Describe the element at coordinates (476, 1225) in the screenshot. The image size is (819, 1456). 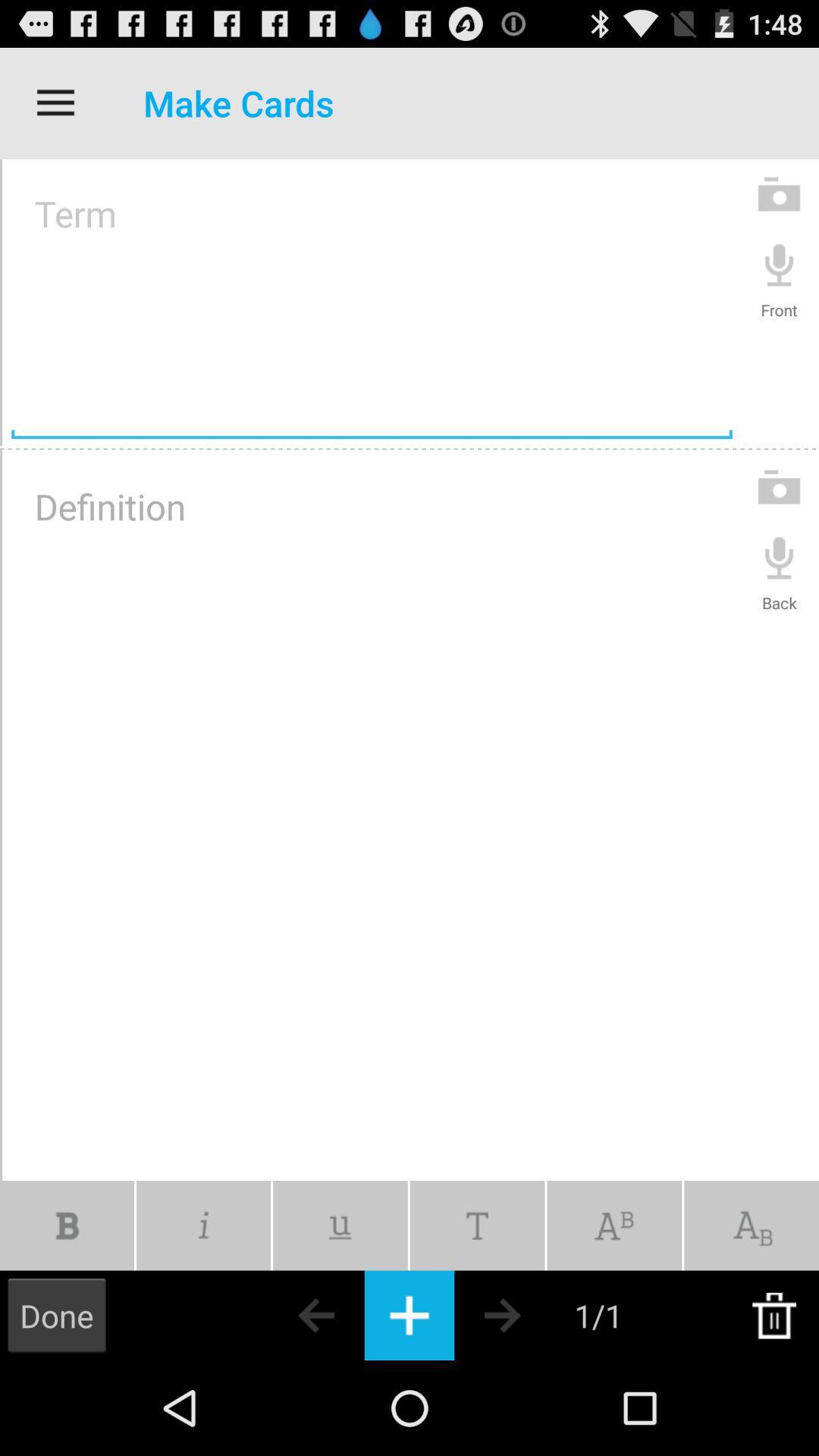
I see `text` at that location.